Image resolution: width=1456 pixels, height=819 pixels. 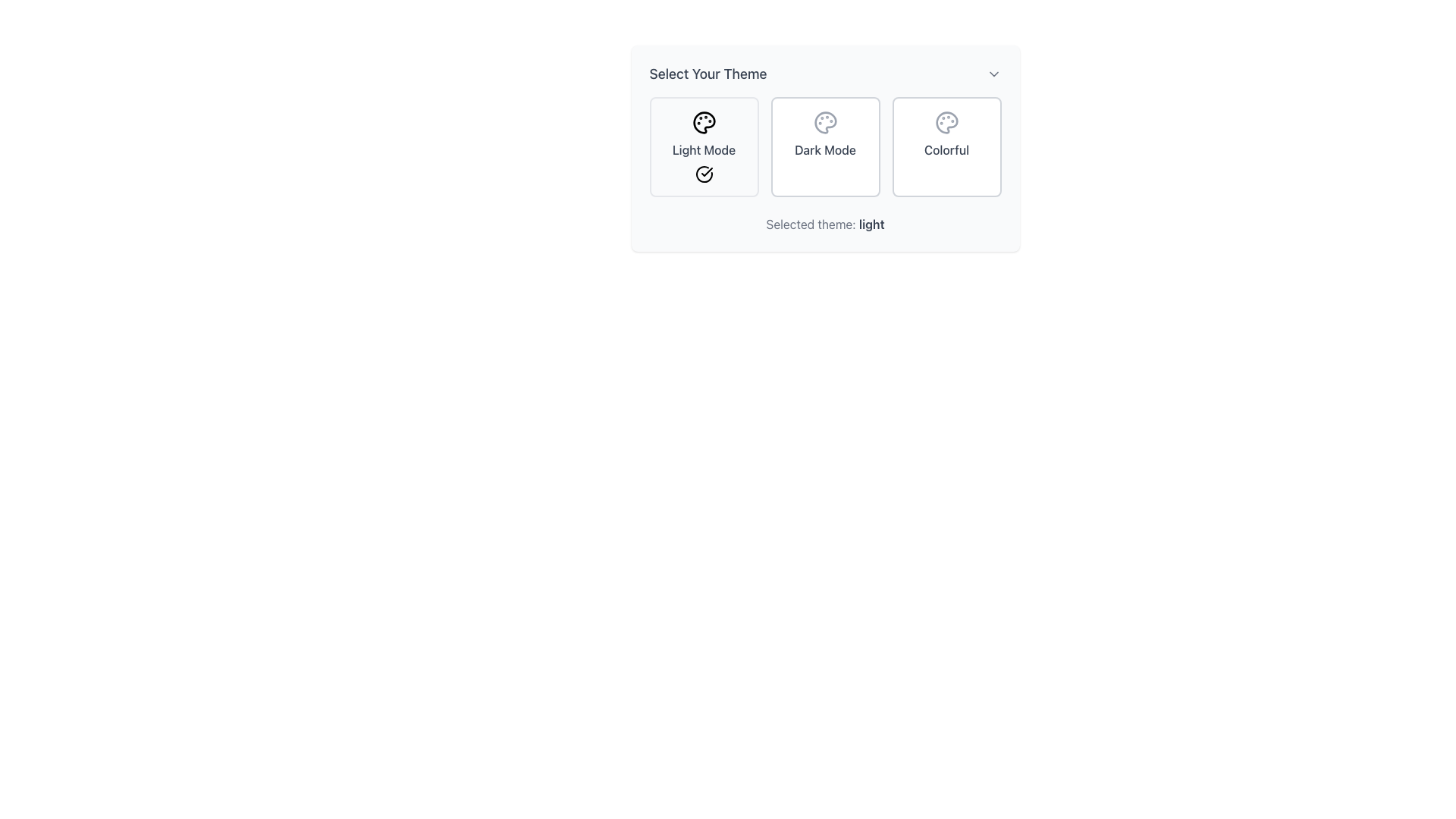 I want to click on label indicating the theme choice titled 'Colorful', located beneath a palette icon in the last option of selectable themes, so click(x=946, y=149).